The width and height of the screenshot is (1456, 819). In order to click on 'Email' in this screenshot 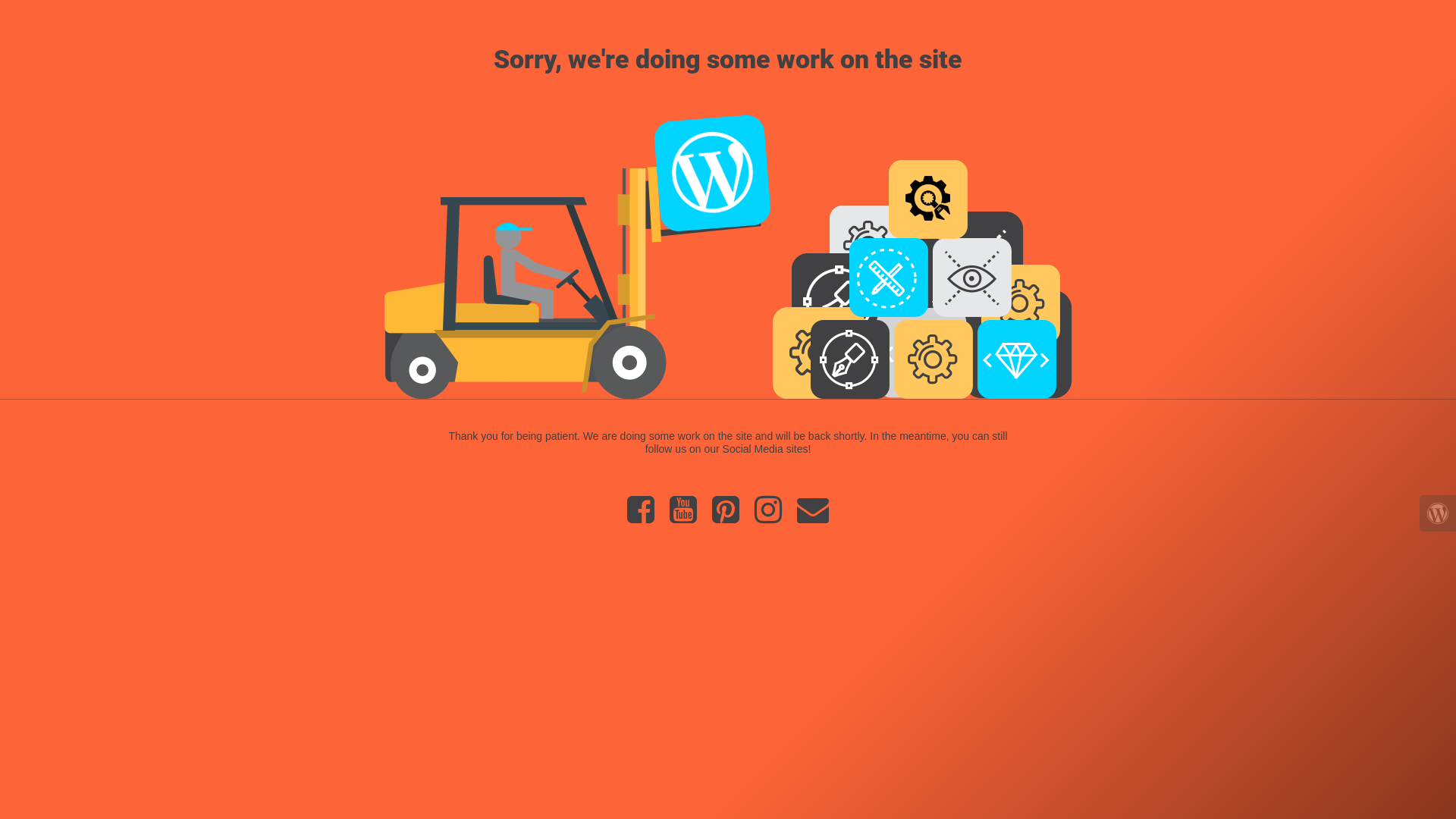, I will do `click(811, 516)`.